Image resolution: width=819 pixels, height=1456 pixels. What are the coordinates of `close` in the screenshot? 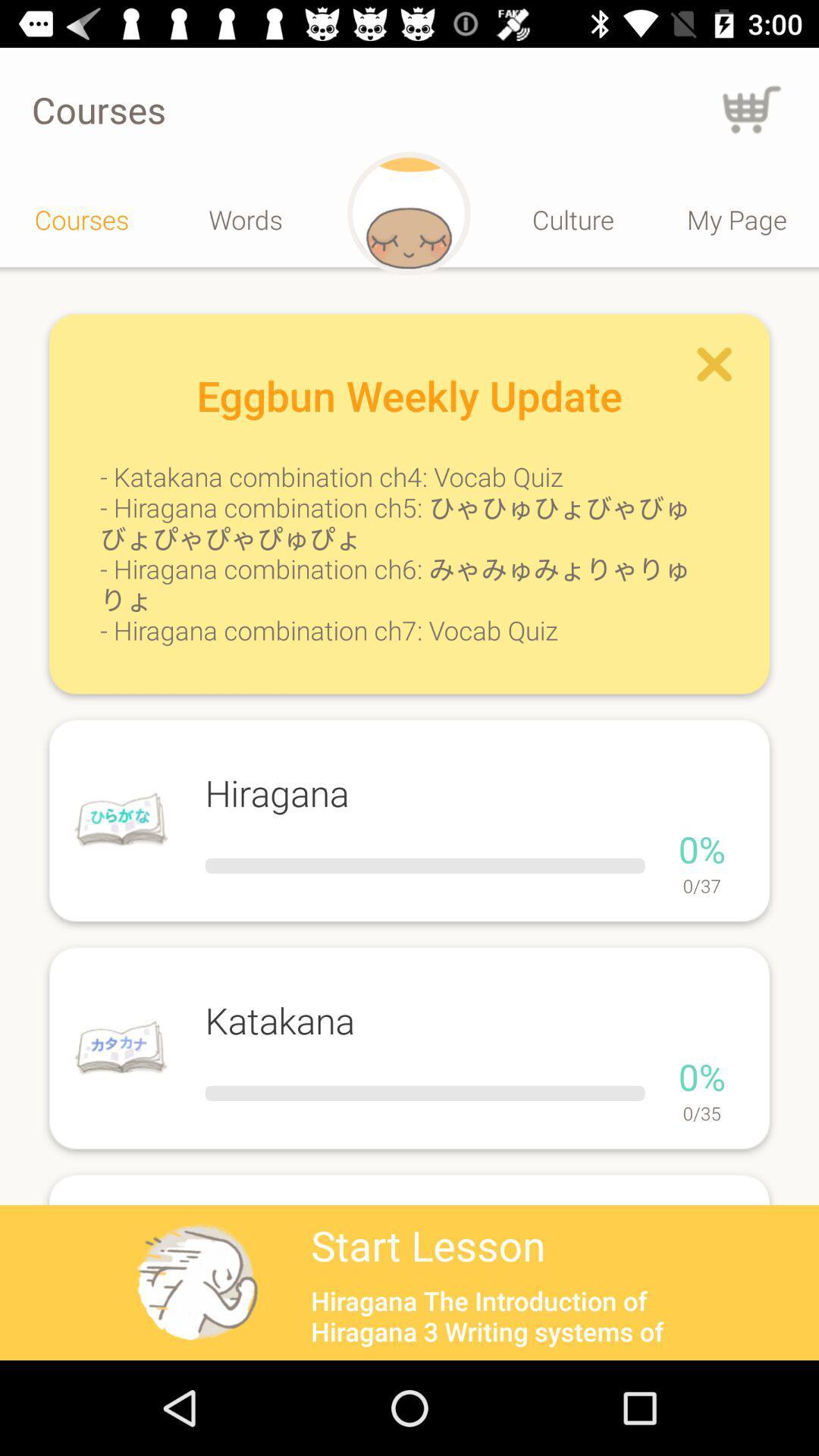 It's located at (714, 365).